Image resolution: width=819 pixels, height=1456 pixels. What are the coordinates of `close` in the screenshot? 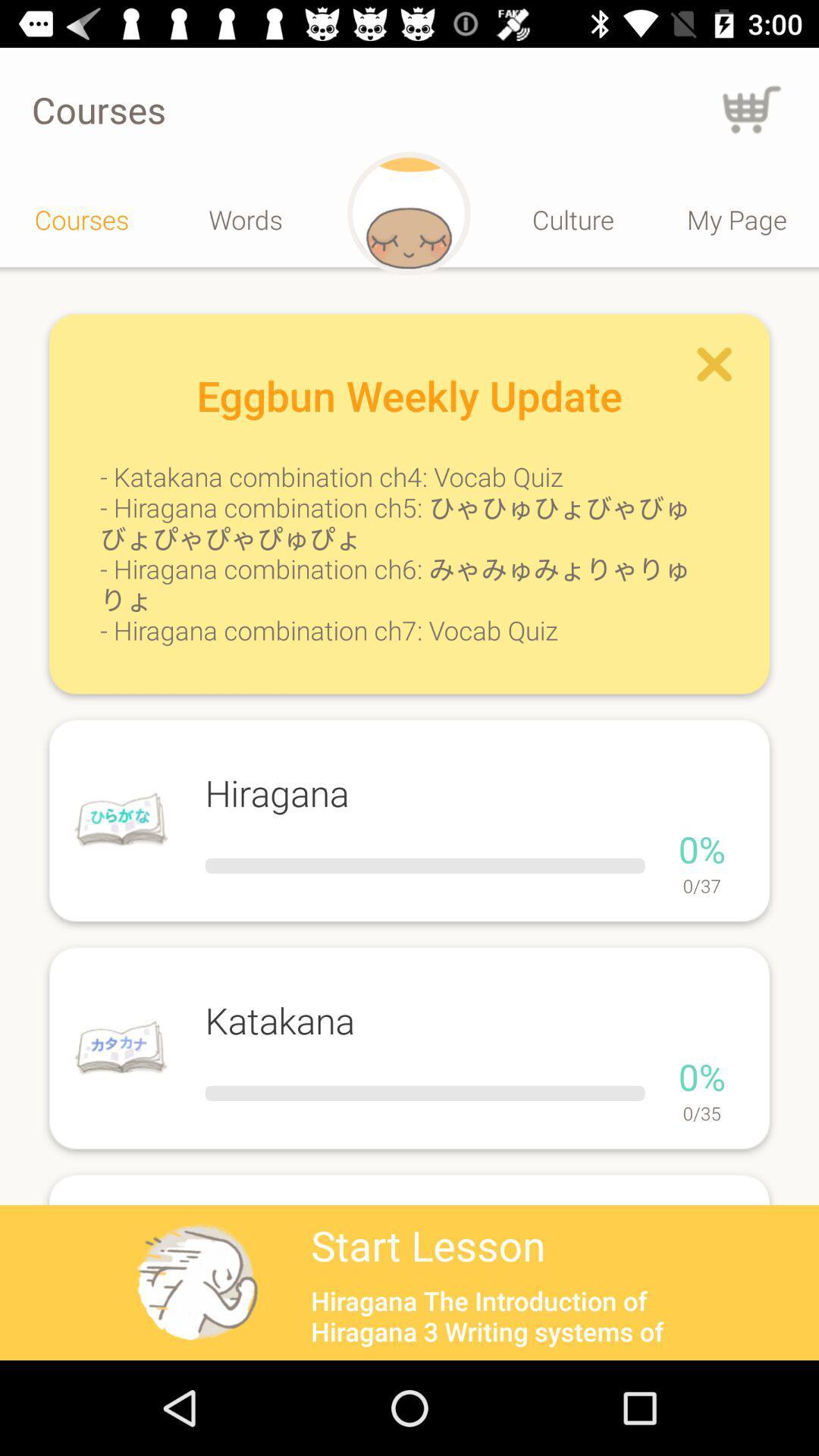 It's located at (714, 365).